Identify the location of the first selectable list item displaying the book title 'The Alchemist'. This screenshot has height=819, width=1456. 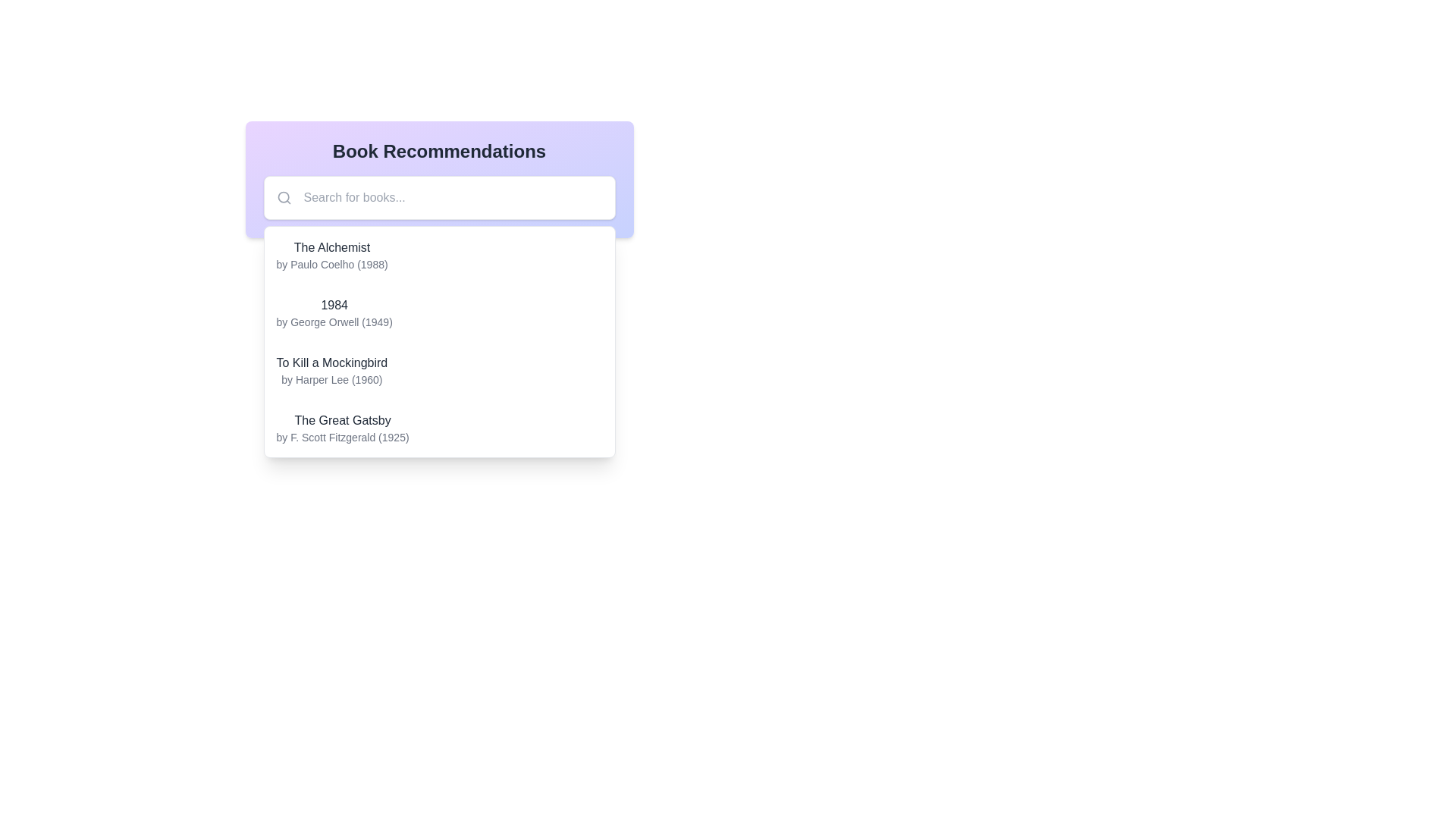
(438, 254).